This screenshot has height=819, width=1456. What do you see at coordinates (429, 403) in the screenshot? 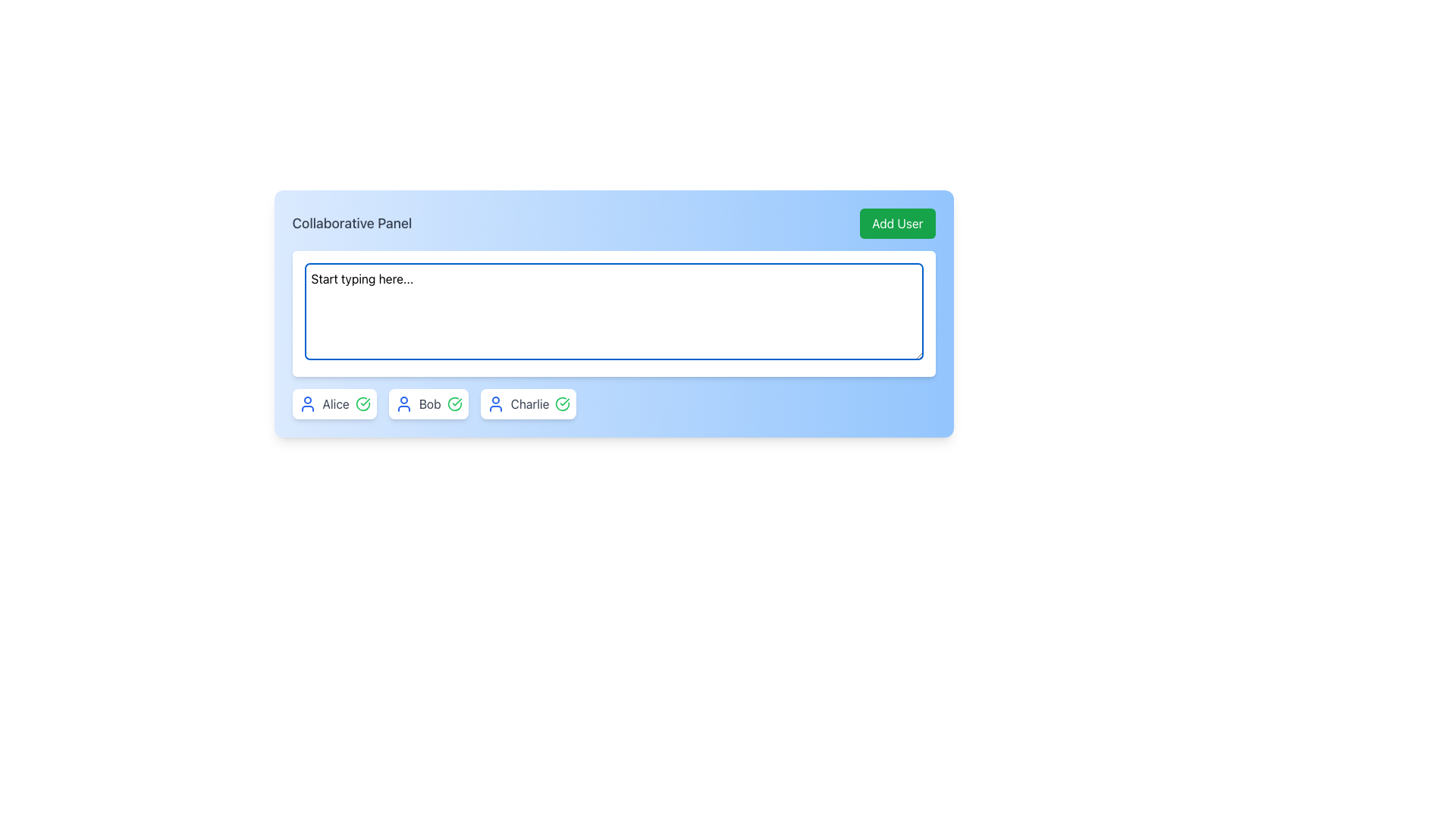
I see `the text label displaying the name 'Bob', which is the third user entry in the collaborative panel, positioned between 'Alice' and 'Charlie'` at bounding box center [429, 403].